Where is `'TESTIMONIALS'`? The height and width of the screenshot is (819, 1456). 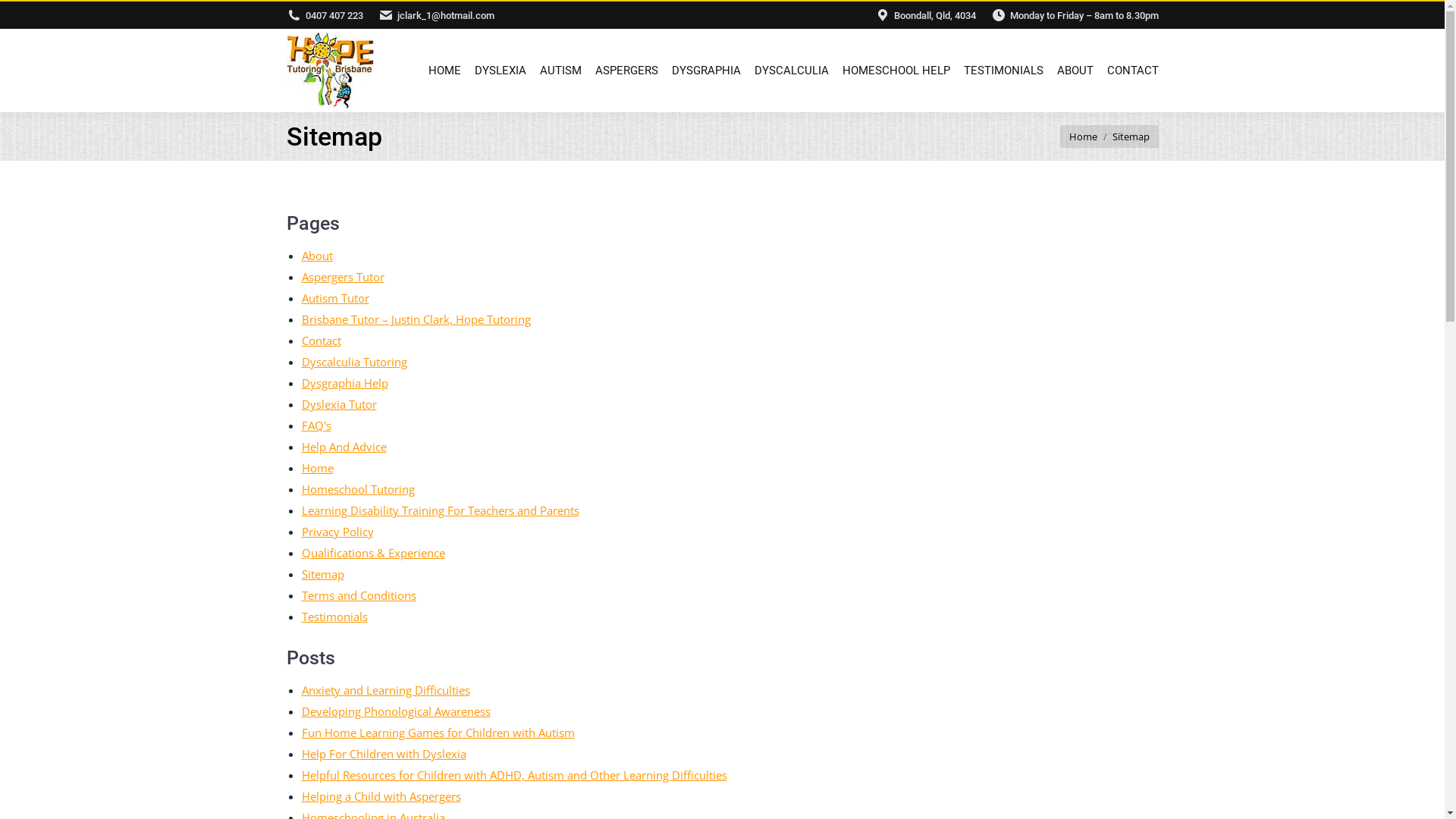
'TESTIMONIALS' is located at coordinates (956, 70).